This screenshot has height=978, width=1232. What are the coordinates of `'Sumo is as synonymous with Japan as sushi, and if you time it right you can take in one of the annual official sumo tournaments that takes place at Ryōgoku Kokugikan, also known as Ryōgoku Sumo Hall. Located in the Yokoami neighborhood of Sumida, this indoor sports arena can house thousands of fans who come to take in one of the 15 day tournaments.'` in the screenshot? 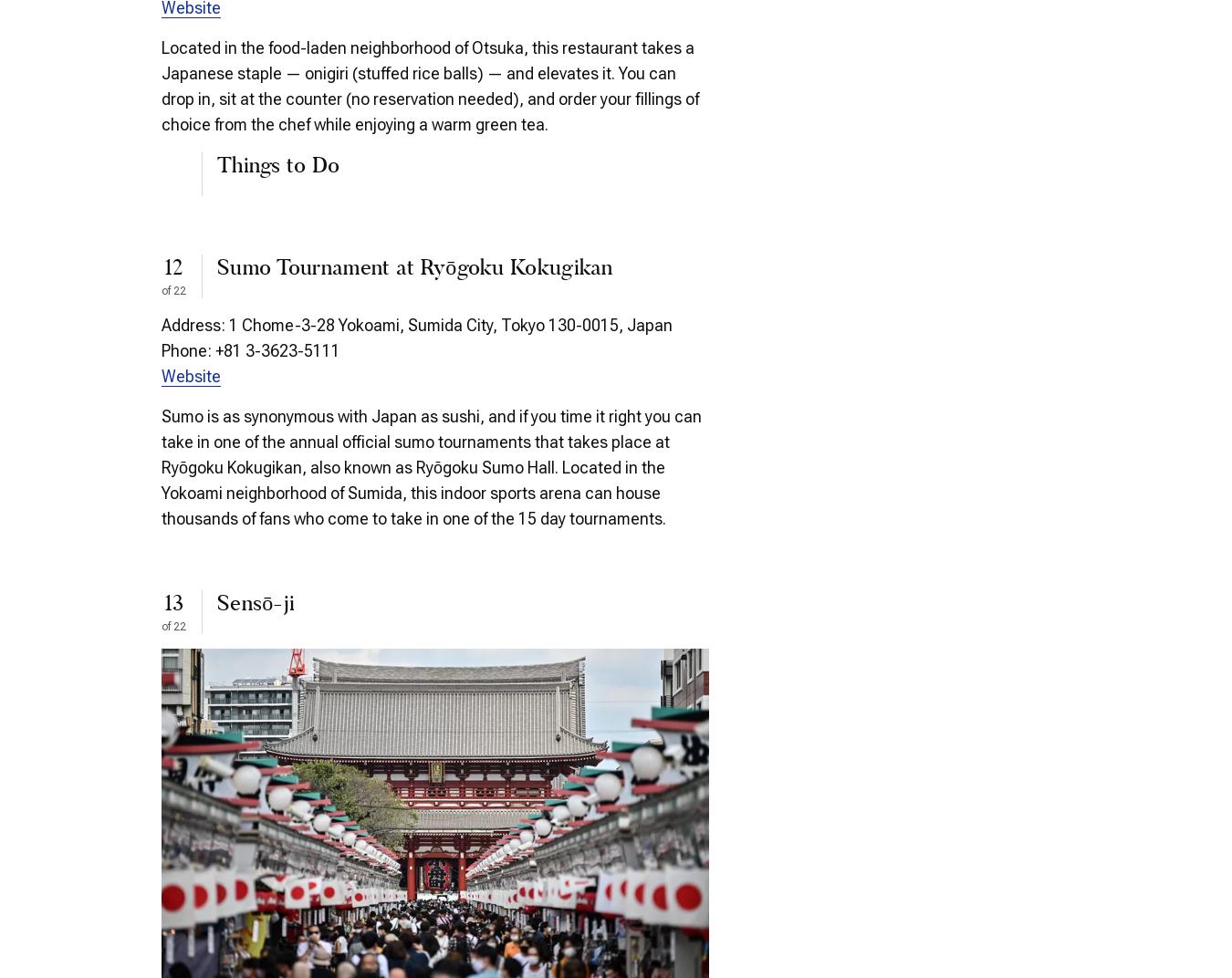 It's located at (161, 467).